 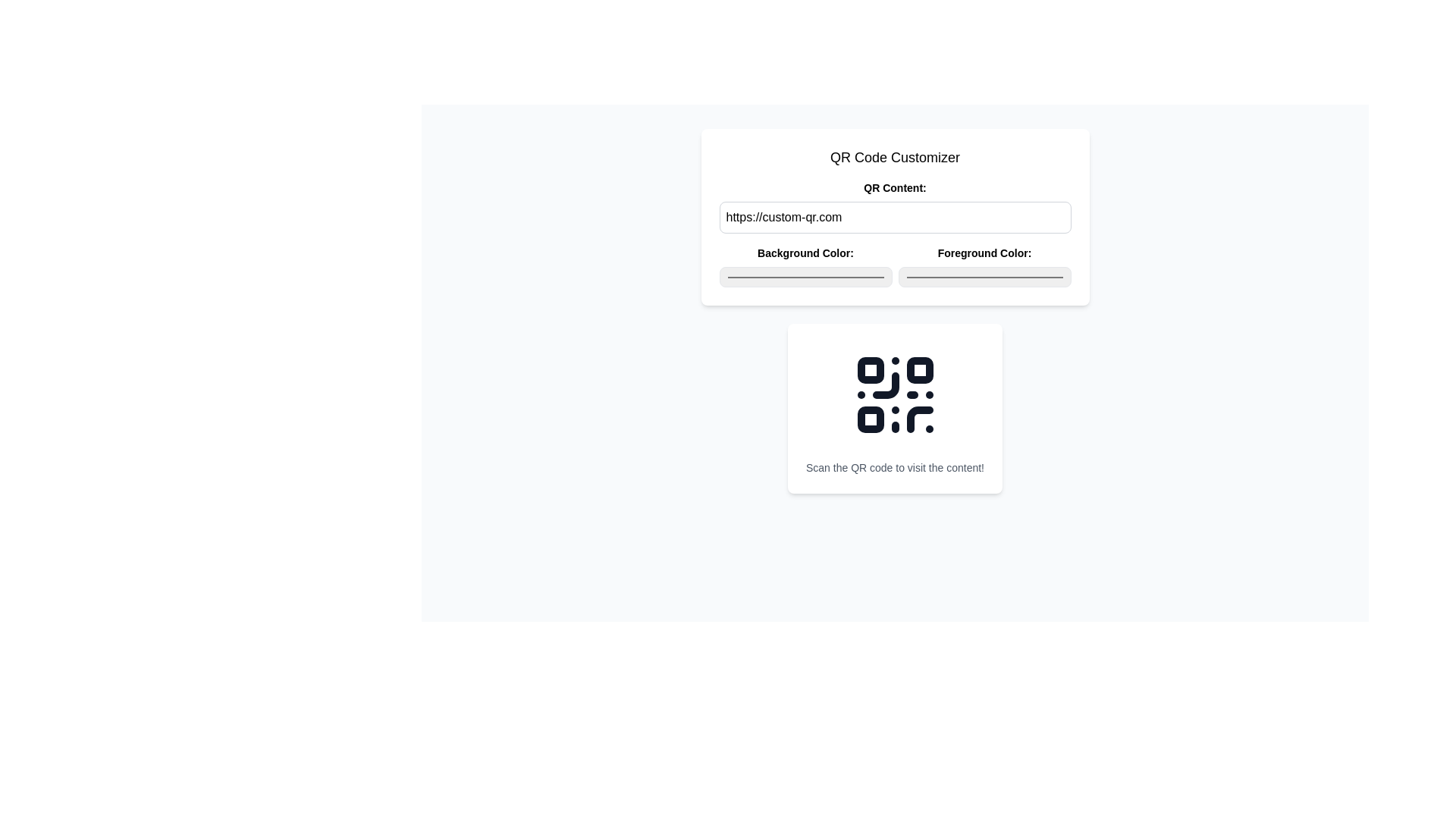 What do you see at coordinates (919, 370) in the screenshot?
I see `the second square element of the QR code graphic located towards the upper-right part of the page` at bounding box center [919, 370].